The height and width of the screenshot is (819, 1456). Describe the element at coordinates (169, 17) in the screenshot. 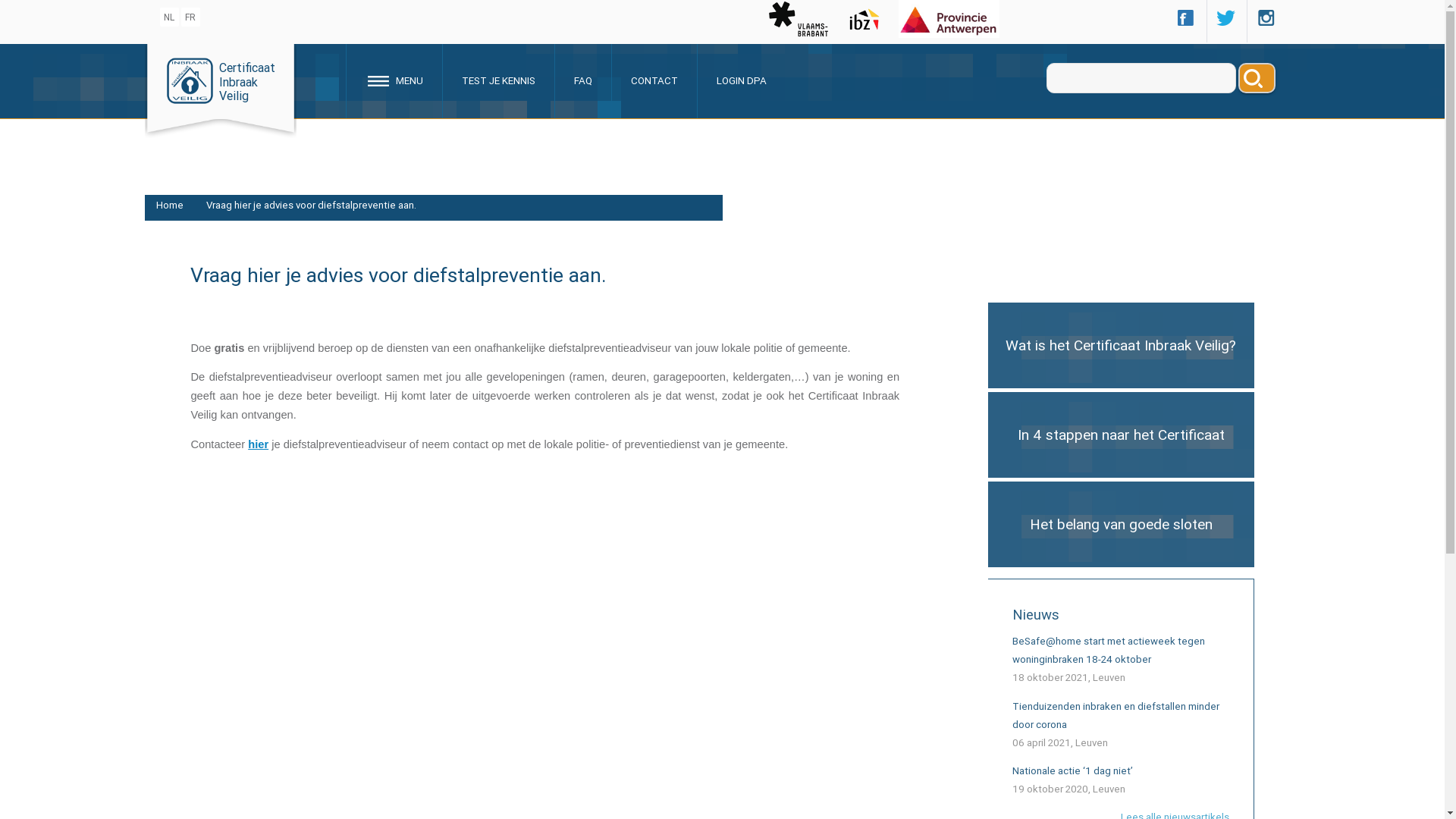

I see `'NL'` at that location.